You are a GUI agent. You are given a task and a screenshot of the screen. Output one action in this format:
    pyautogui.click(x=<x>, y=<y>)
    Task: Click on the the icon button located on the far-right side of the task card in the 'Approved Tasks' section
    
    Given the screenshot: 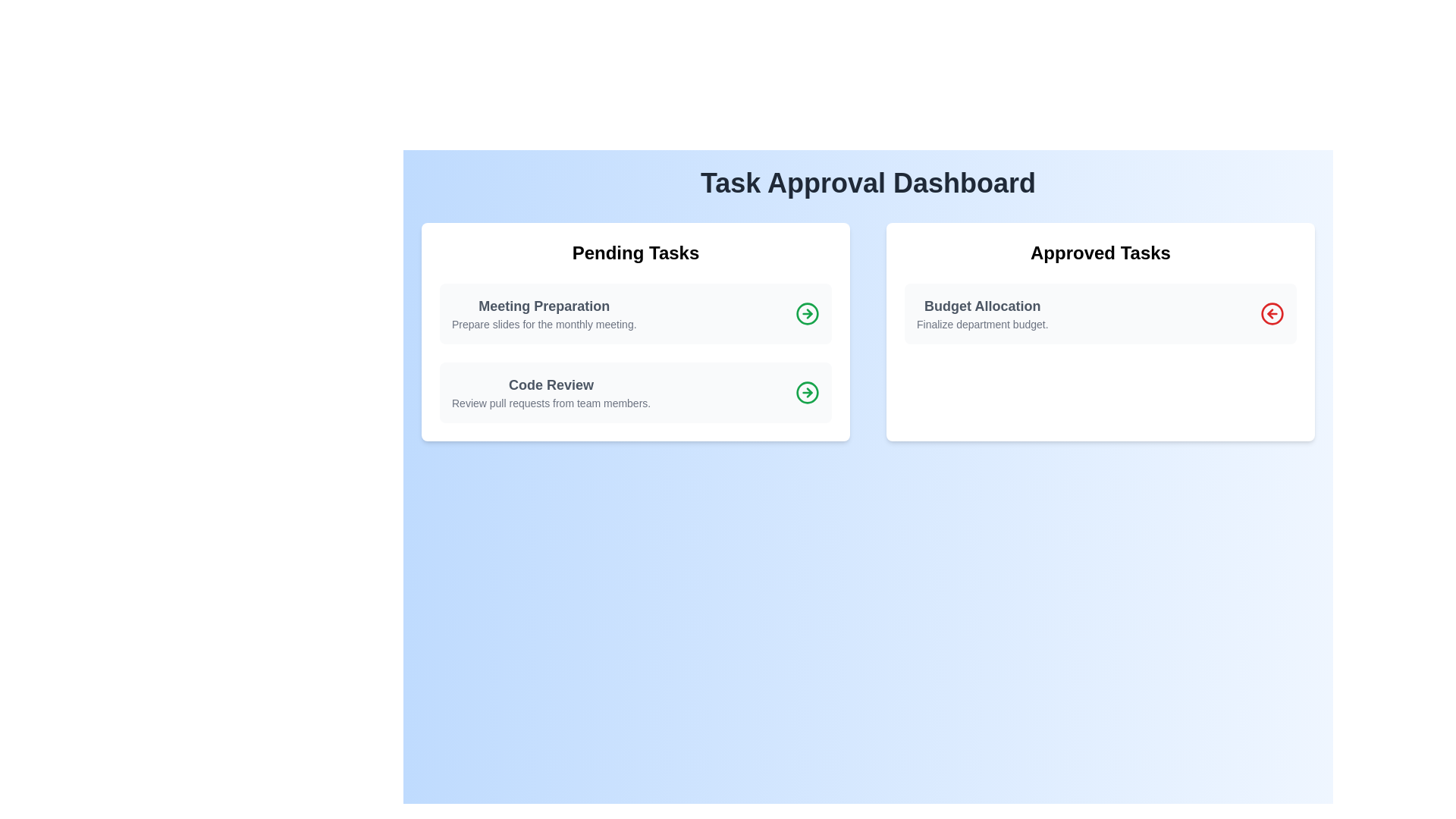 What is the action you would take?
    pyautogui.click(x=1272, y=312)
    